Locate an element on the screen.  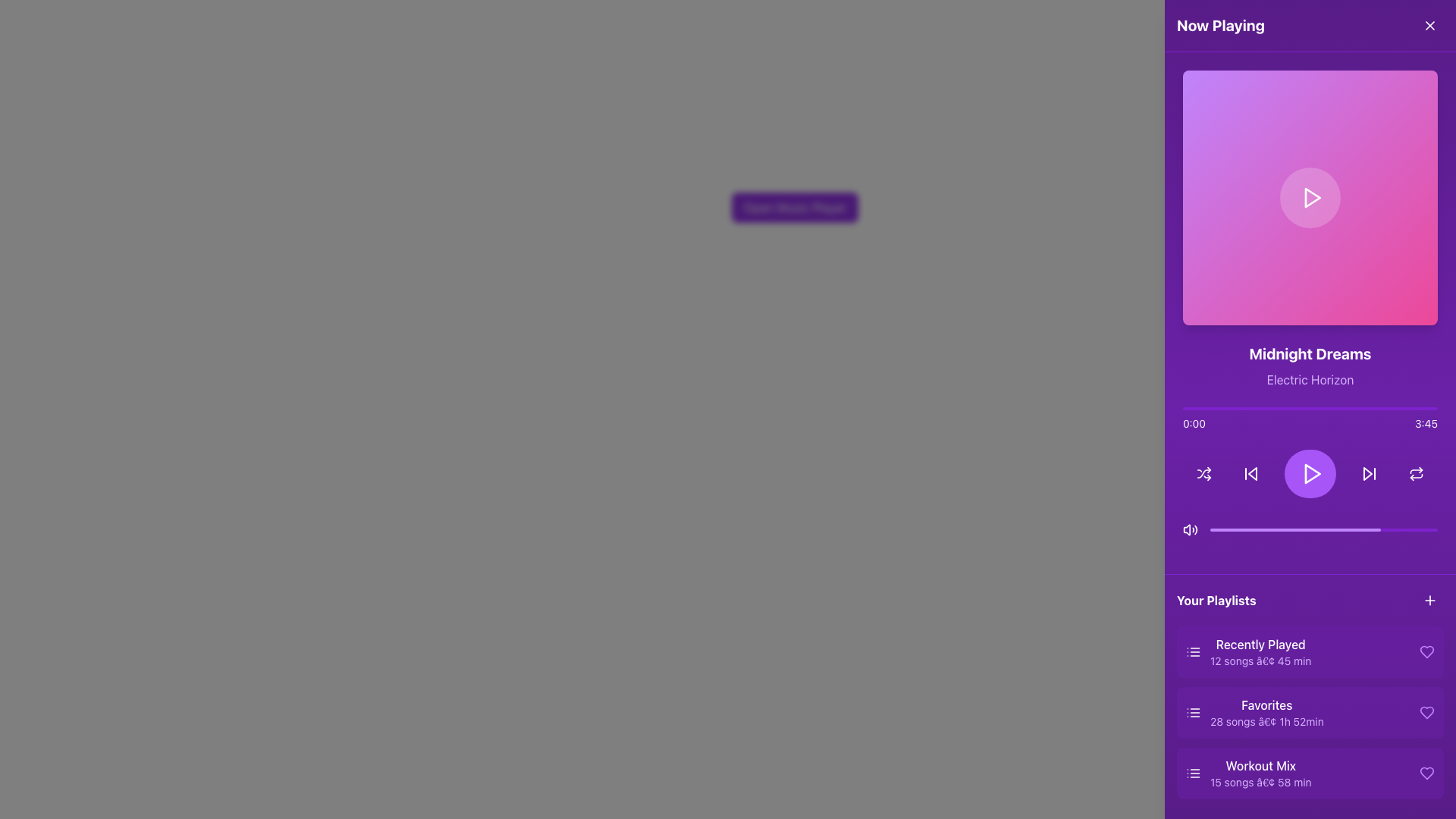
the 'Workout Mix' playlist icon located leftmost in the 'Your Playlists' section is located at coordinates (1193, 773).